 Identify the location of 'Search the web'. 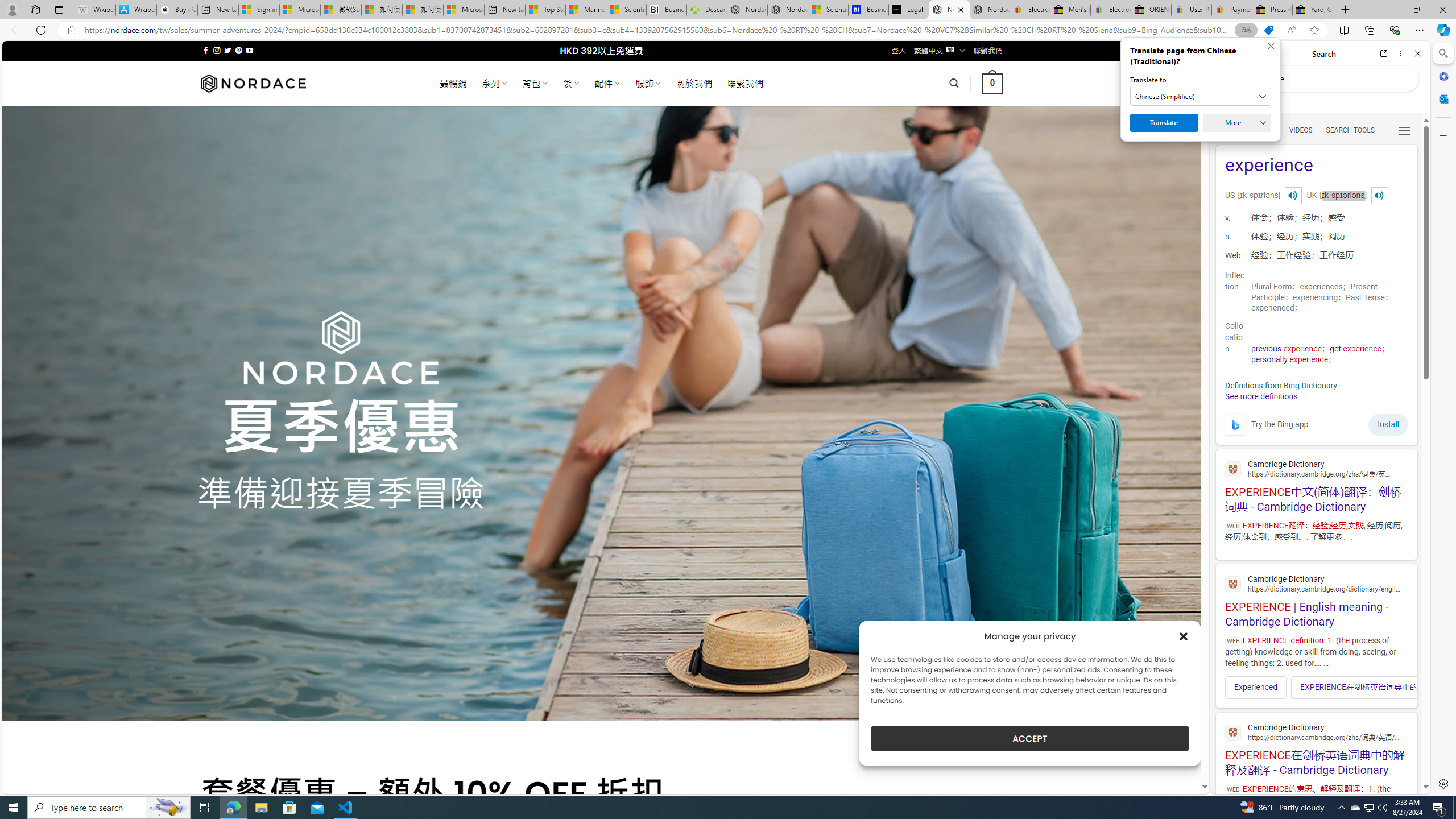
(1326, 78).